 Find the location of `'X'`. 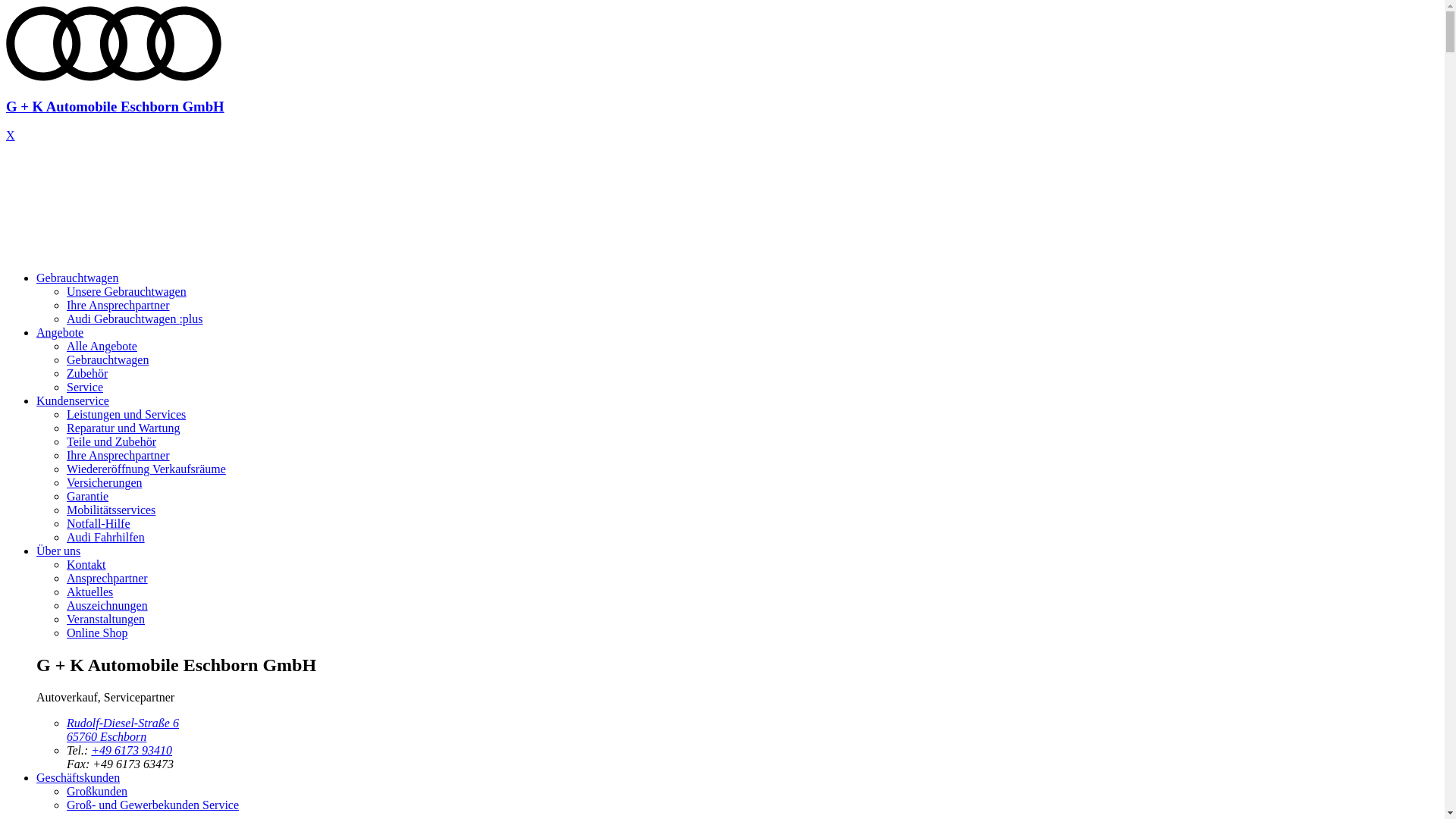

'X' is located at coordinates (11, 134).